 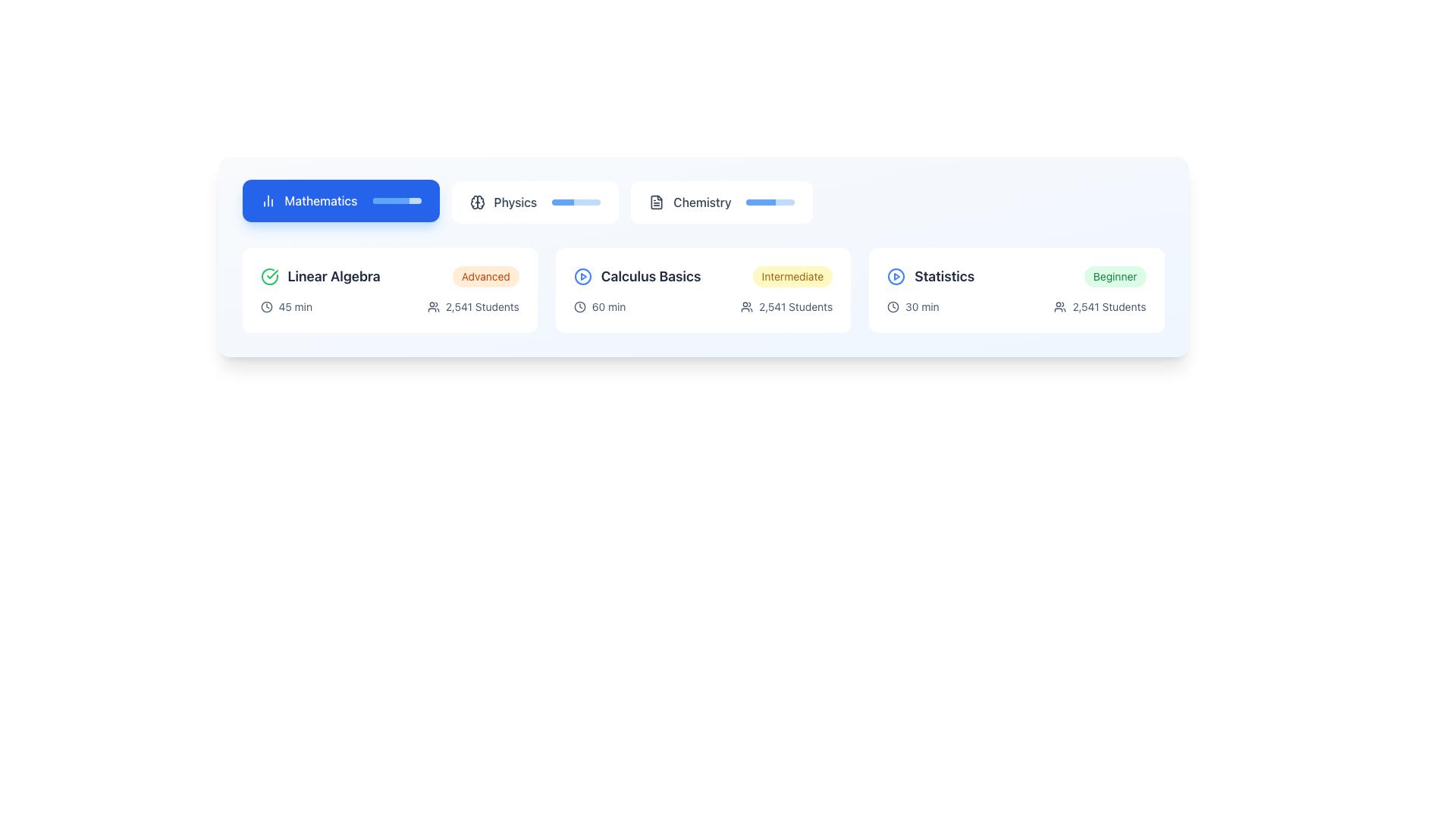 I want to click on text label that says 'Chemistry', which is the third item in a horizontal navigation bar of subjects including 'Mathematics' and 'Physics', so click(x=701, y=201).